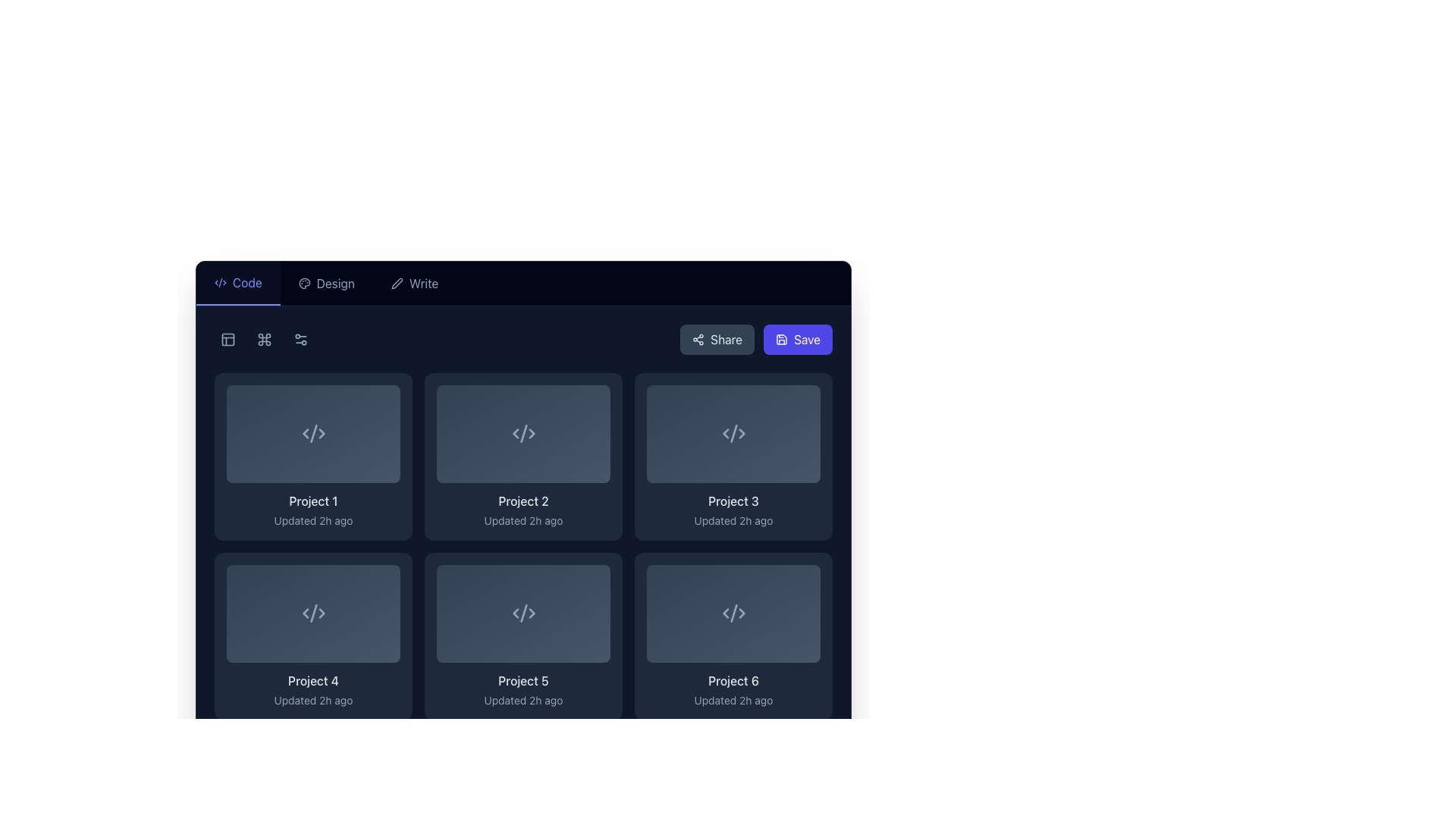 The width and height of the screenshot is (1456, 819). Describe the element at coordinates (523, 700) in the screenshot. I see `text label displaying 'Updated 2h ago' located below the heading 'Project 5' within the card component` at that location.